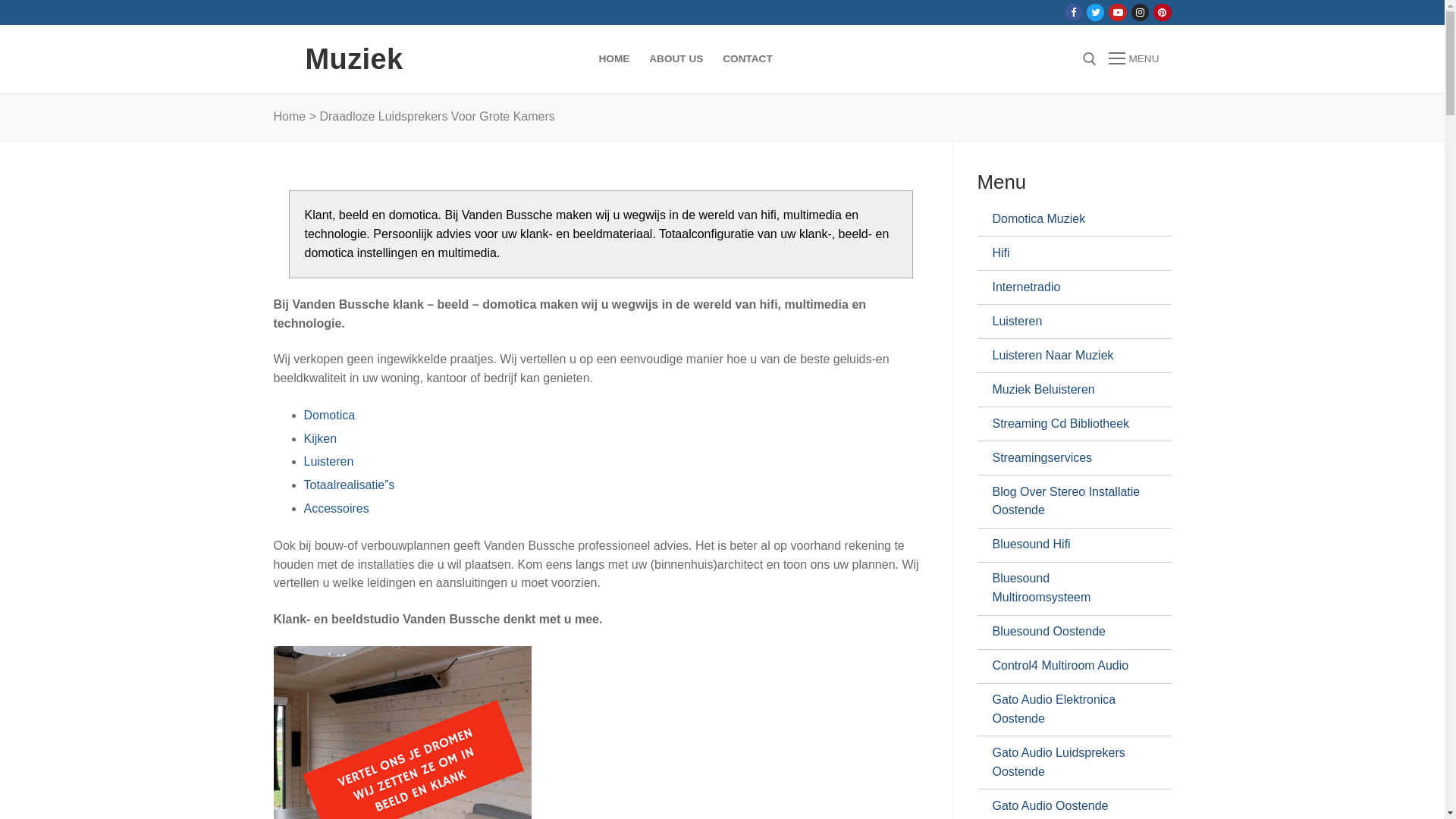 This screenshot has width=1456, height=819. What do you see at coordinates (992, 321) in the screenshot?
I see `'Luisteren'` at bounding box center [992, 321].